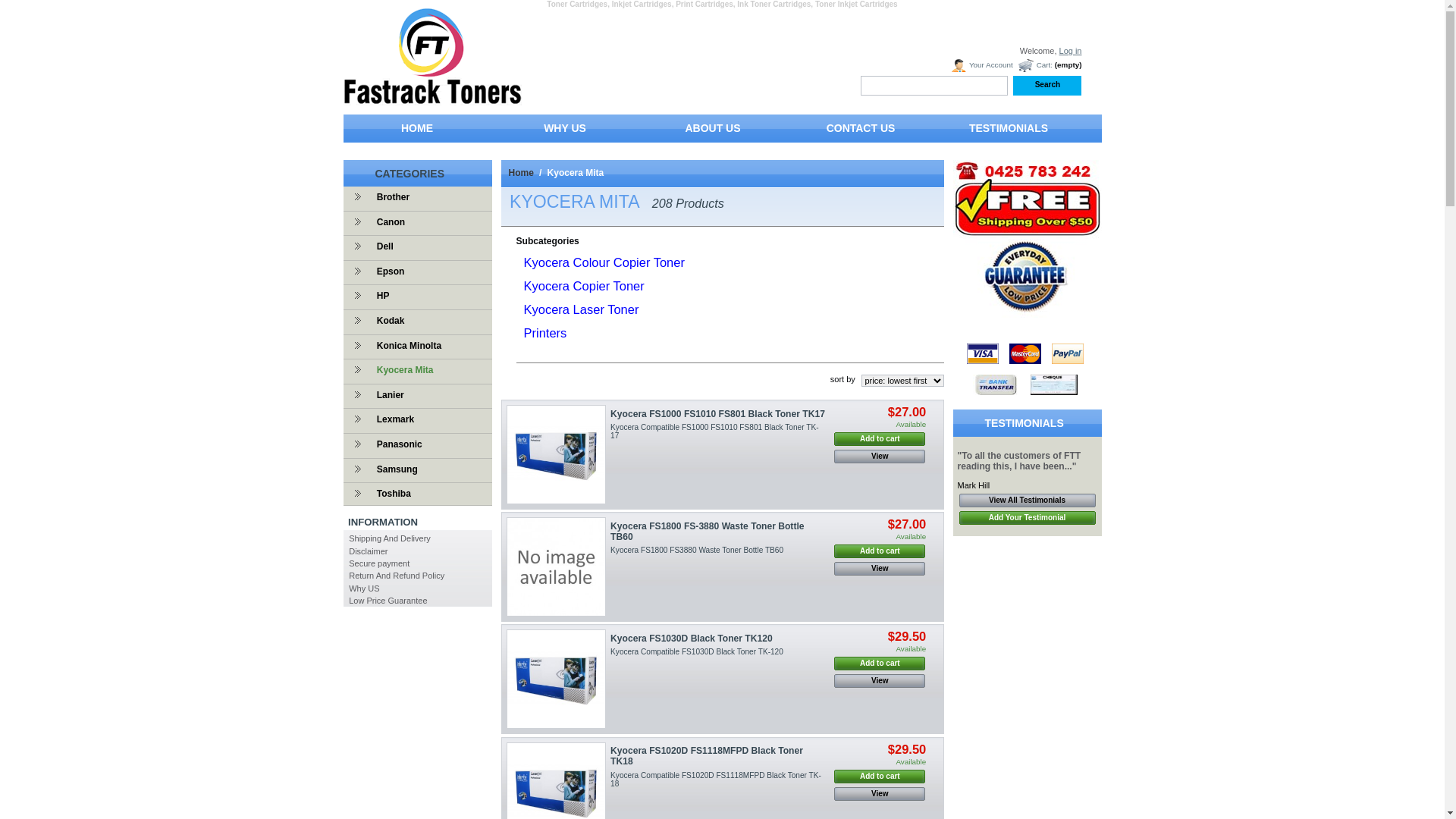 This screenshot has height=819, width=1456. I want to click on 'Panasonic', so click(369, 444).